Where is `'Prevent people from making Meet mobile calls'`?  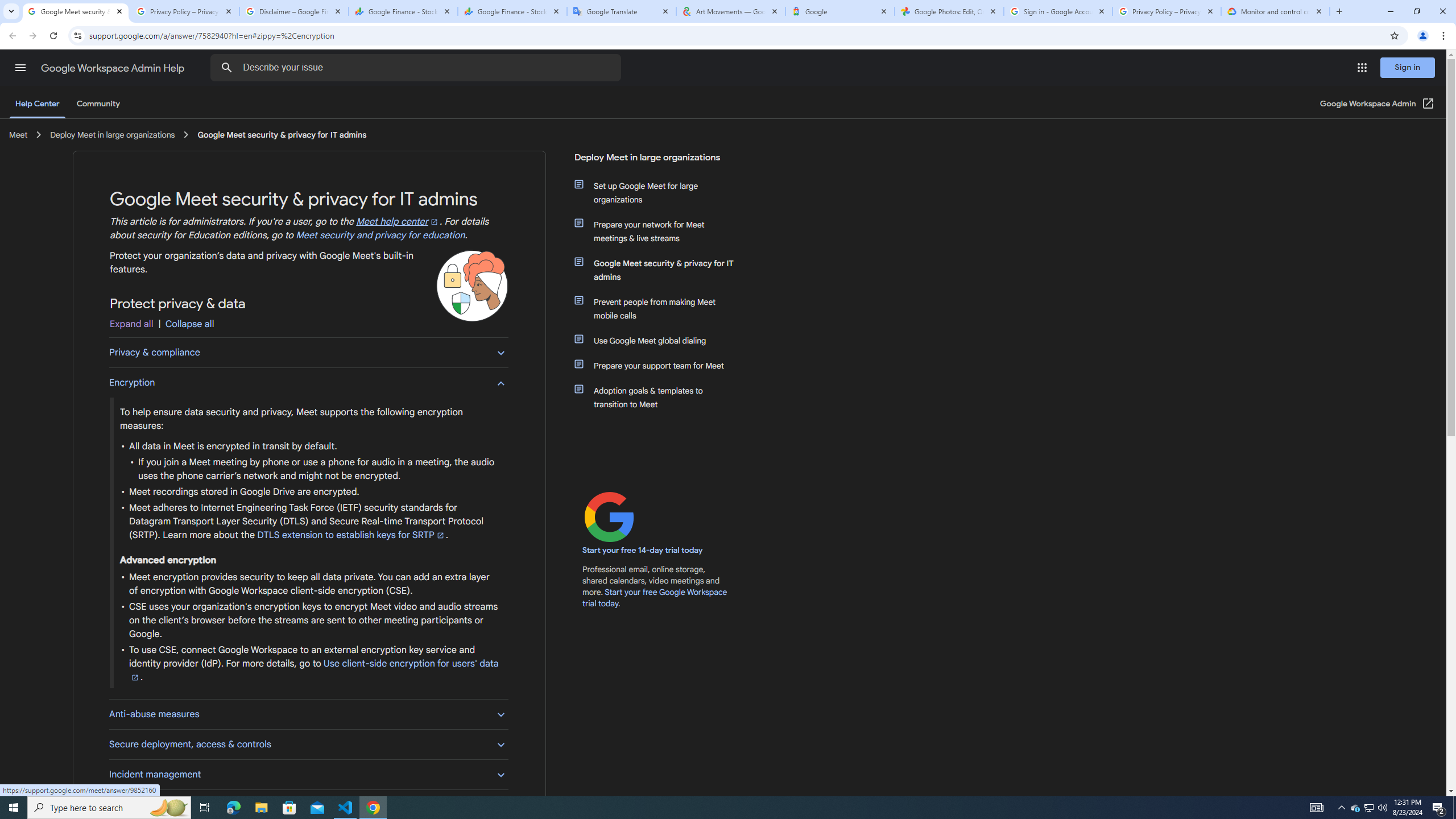
'Prevent people from making Meet mobile calls' is located at coordinates (661, 308).